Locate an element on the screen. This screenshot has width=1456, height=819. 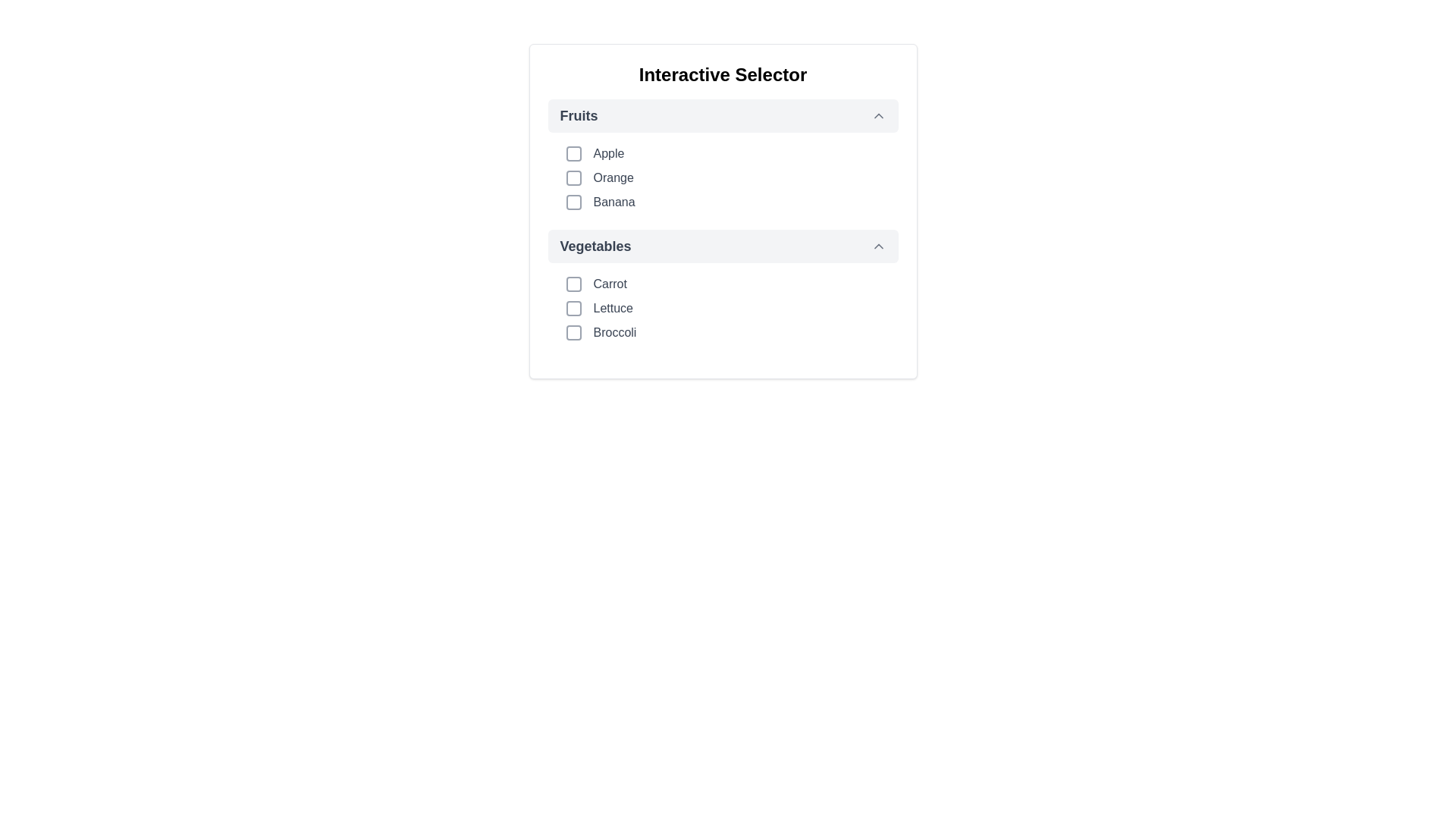
the 'Orange' checkbox in the 'Fruits' list, which is the second item below 'Apple' is located at coordinates (732, 177).